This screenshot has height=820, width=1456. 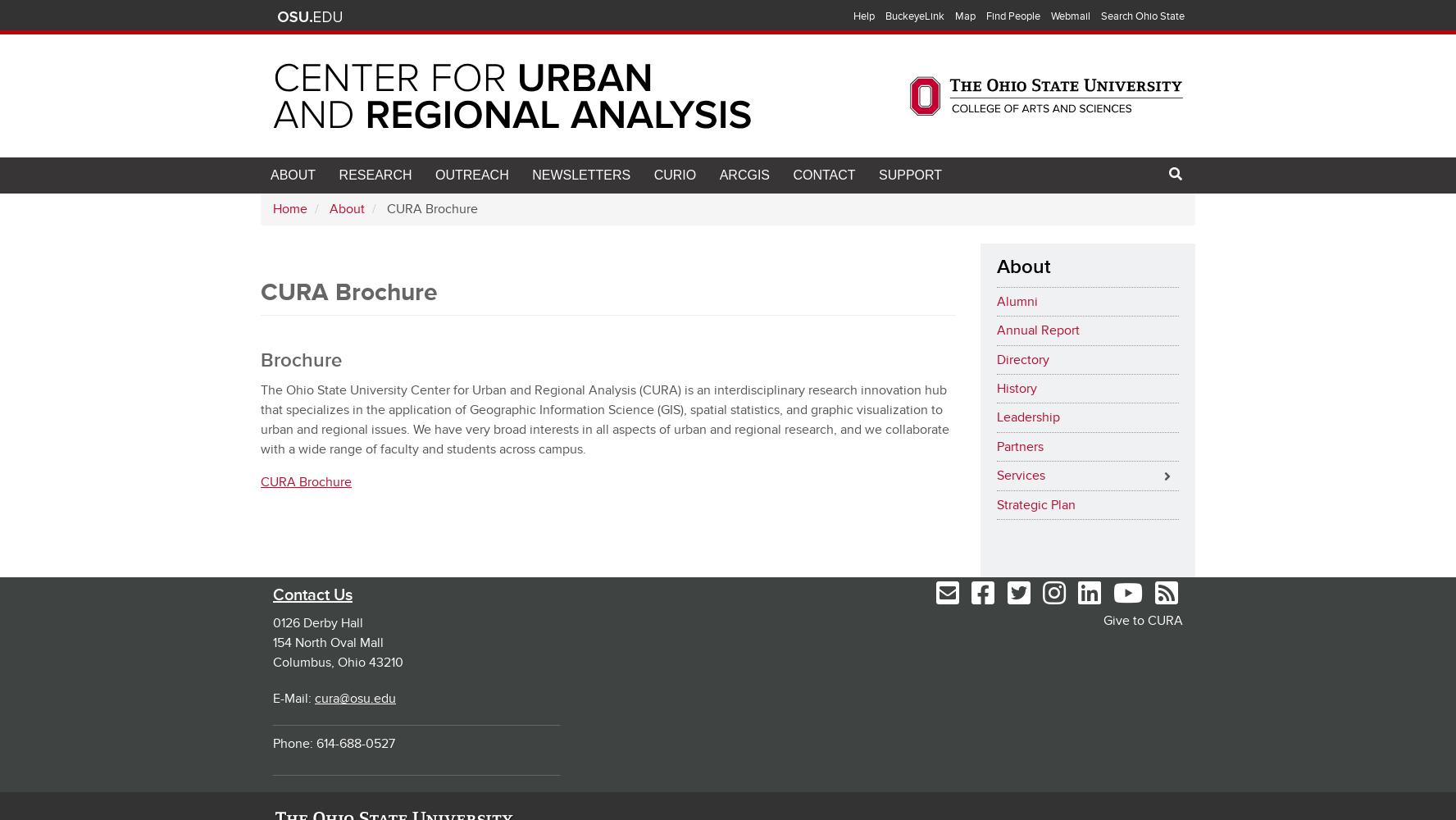 I want to click on 'Columbus,
    
          Ohio 
    
          43210', so click(x=338, y=662).